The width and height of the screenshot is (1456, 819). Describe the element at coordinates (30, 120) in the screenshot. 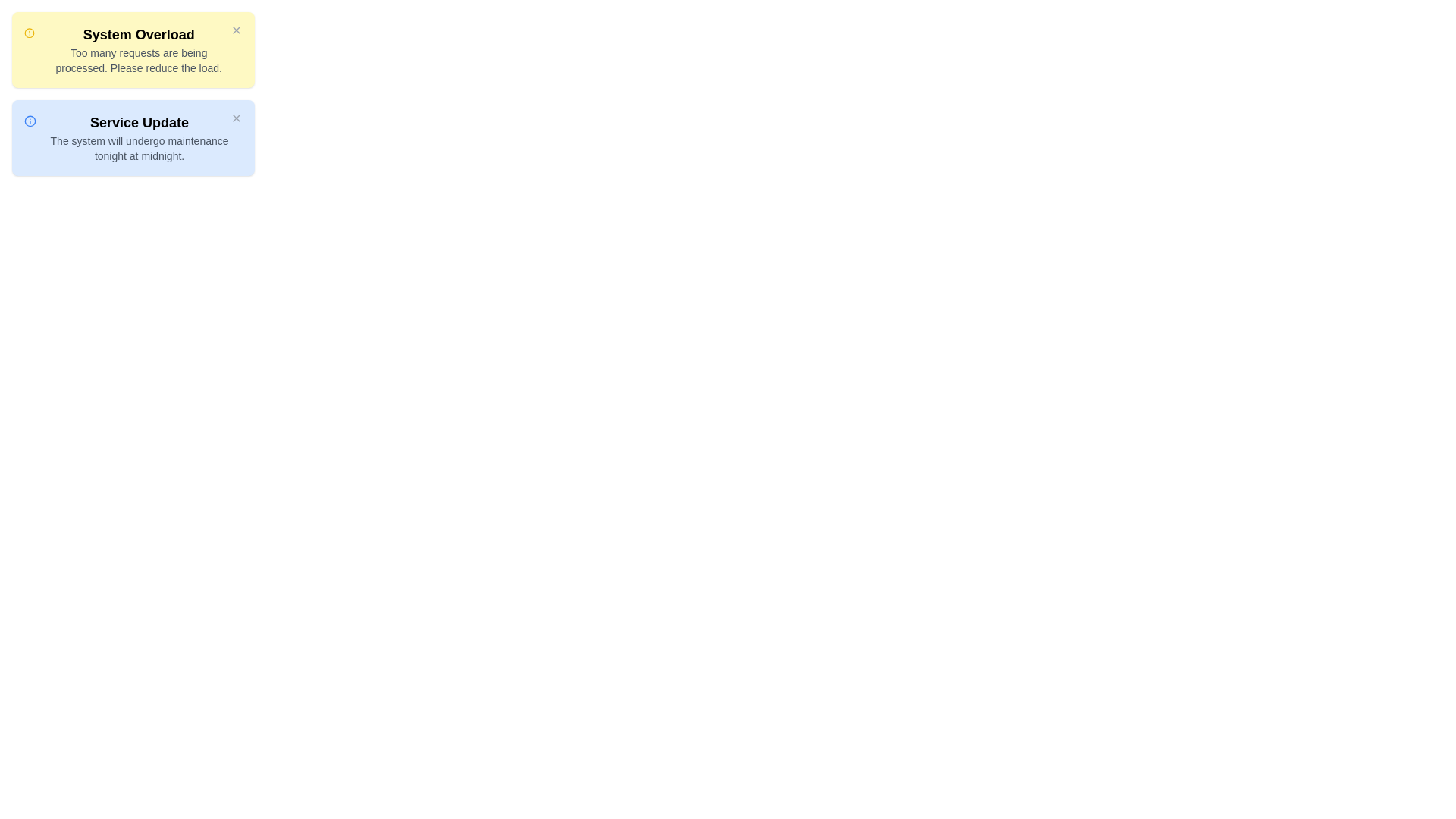

I see `the circular information icon with a blue boundary and white content located on the left side of the 'Service Update' notification box` at that location.